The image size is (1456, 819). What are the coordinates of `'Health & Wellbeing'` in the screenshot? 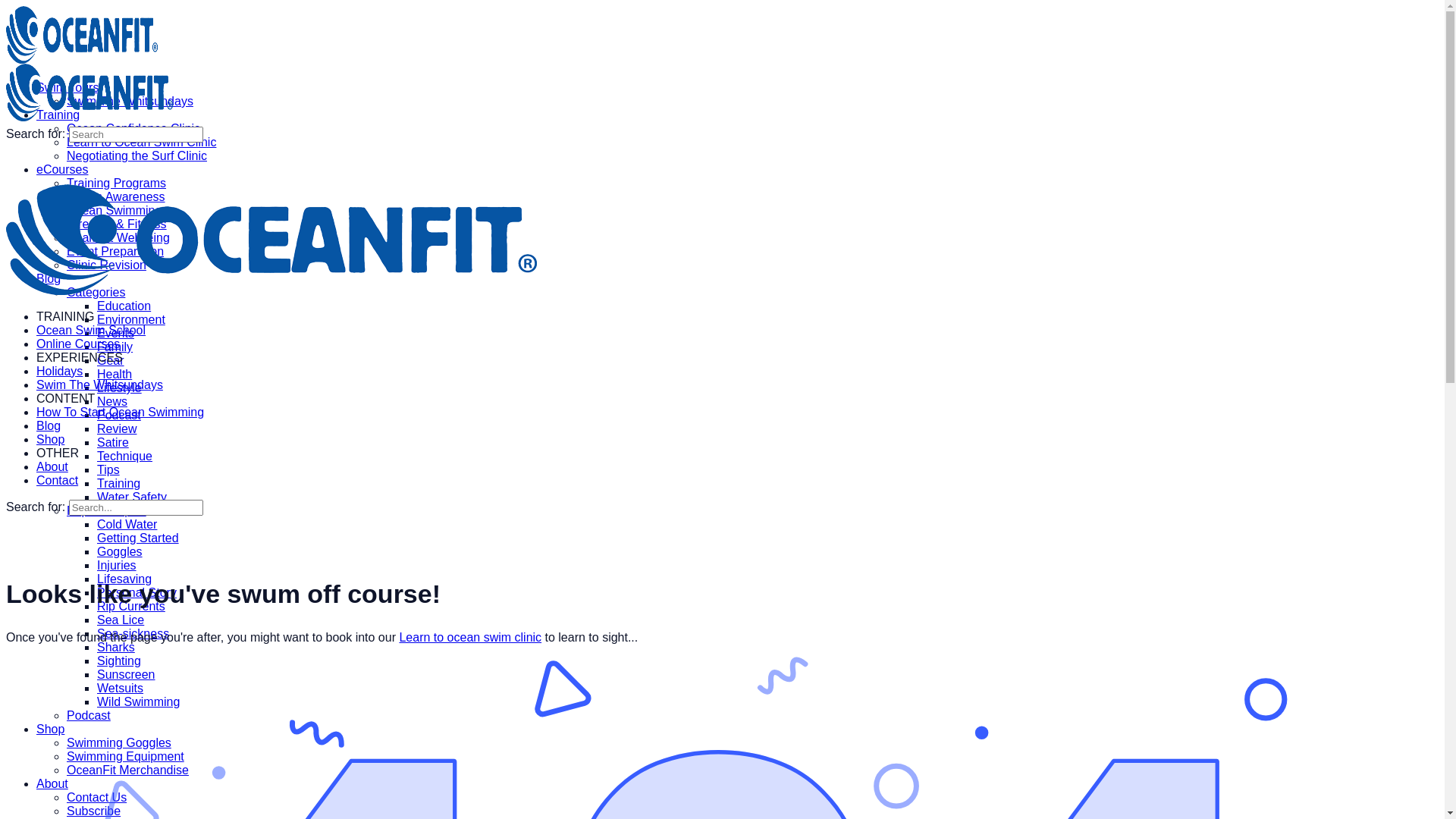 It's located at (118, 237).